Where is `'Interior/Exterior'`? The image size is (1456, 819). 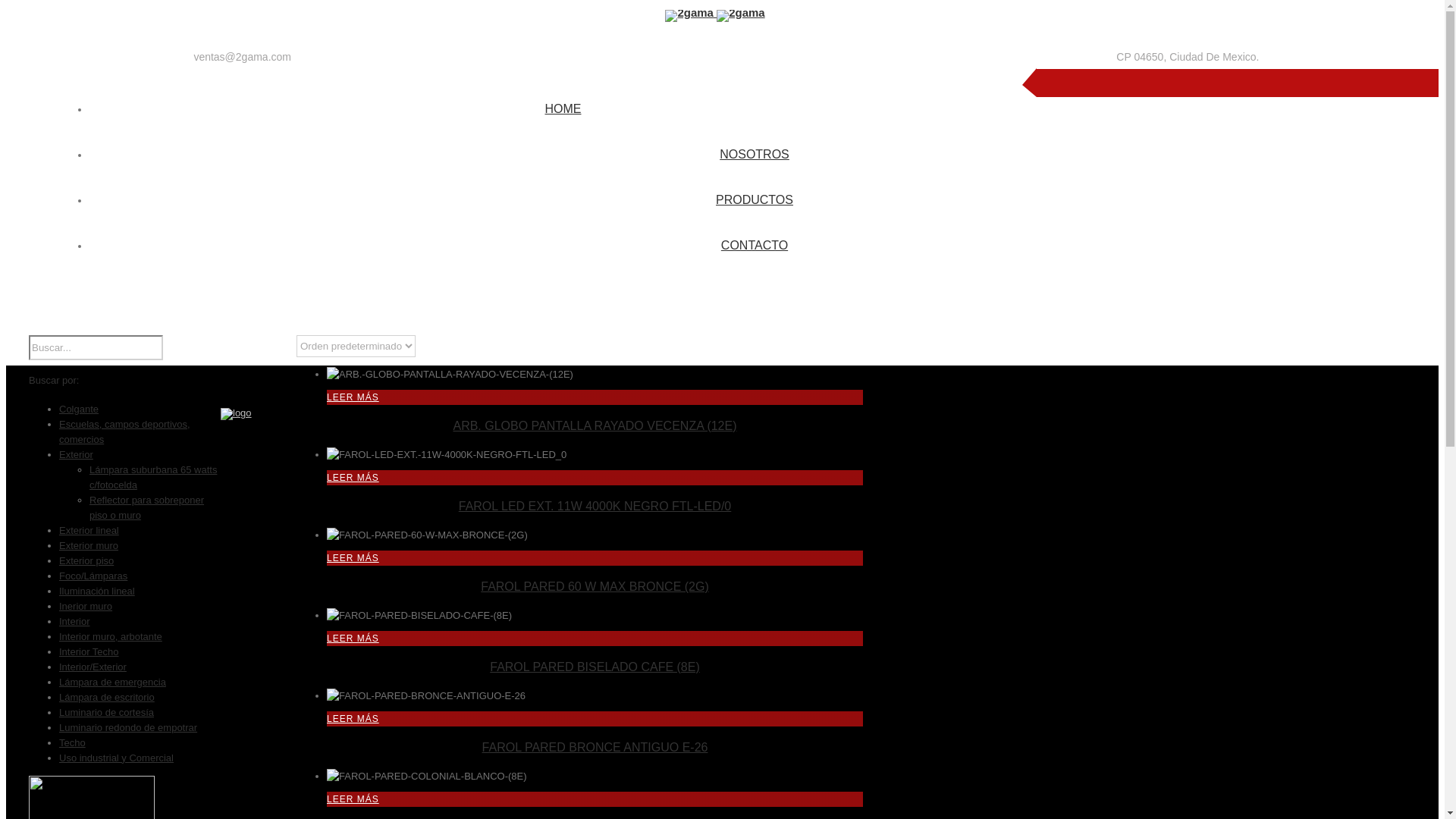 'Interior/Exterior' is located at coordinates (92, 666).